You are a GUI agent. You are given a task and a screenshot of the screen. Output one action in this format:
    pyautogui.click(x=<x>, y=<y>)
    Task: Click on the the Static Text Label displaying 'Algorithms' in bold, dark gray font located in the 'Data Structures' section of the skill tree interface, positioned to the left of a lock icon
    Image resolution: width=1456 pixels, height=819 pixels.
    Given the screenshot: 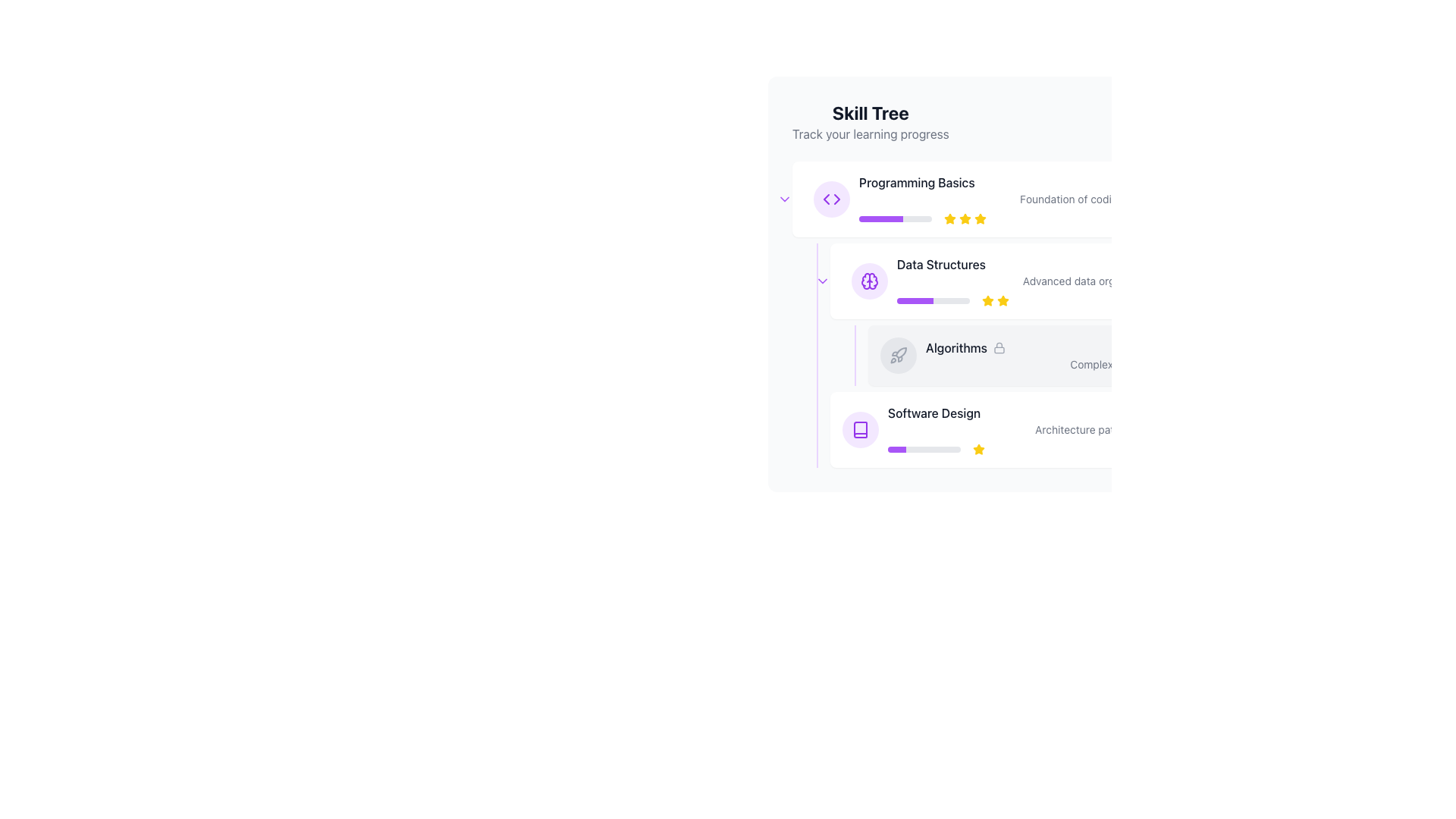 What is the action you would take?
    pyautogui.click(x=955, y=348)
    